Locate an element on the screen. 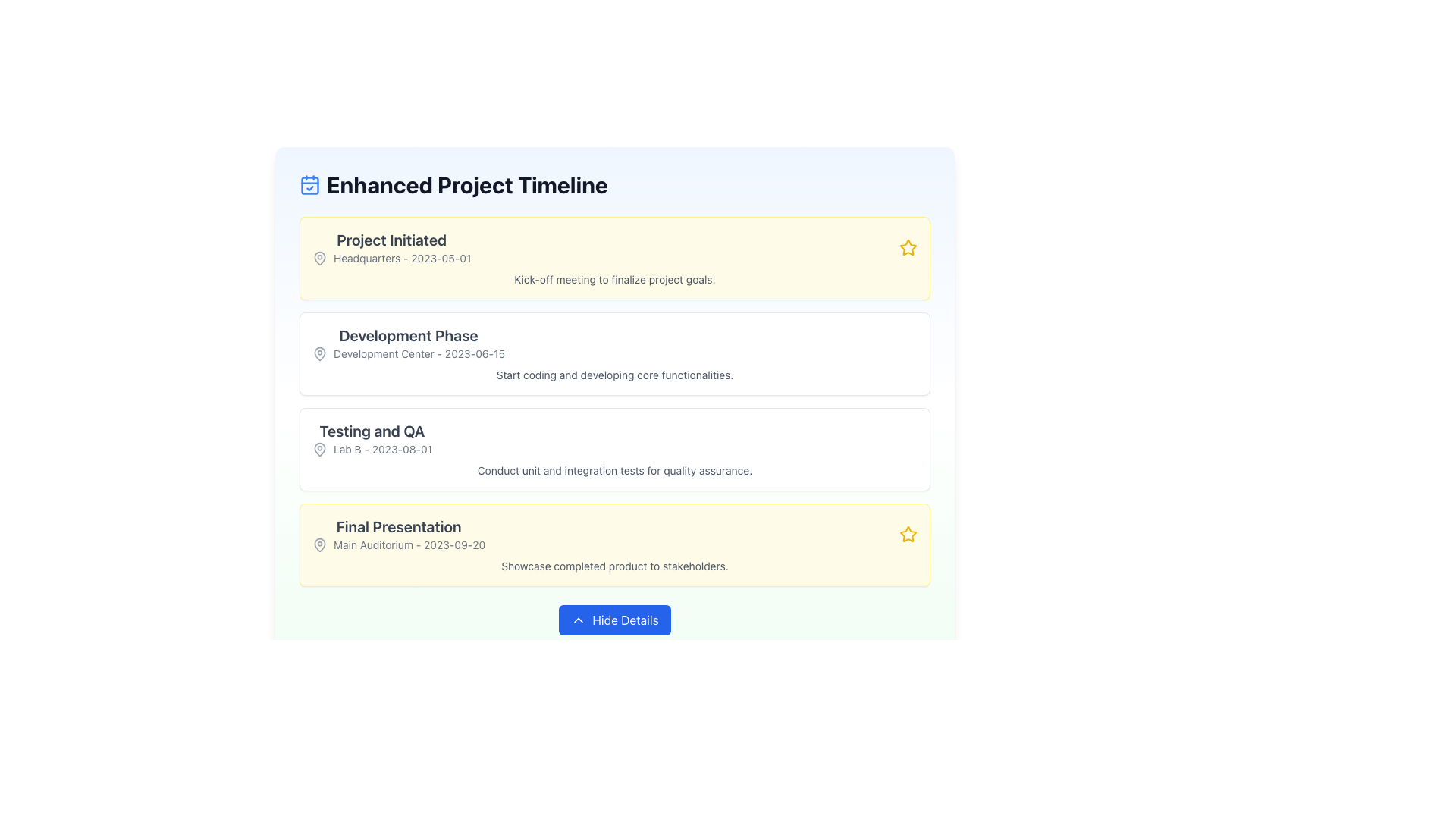 The image size is (1456, 819). the text label that provides a description related to the 'Testing and QA' timeline entry, located below the title 'Testing and QA' and the subtitle 'Lab B - 2023-08-01' is located at coordinates (615, 470).